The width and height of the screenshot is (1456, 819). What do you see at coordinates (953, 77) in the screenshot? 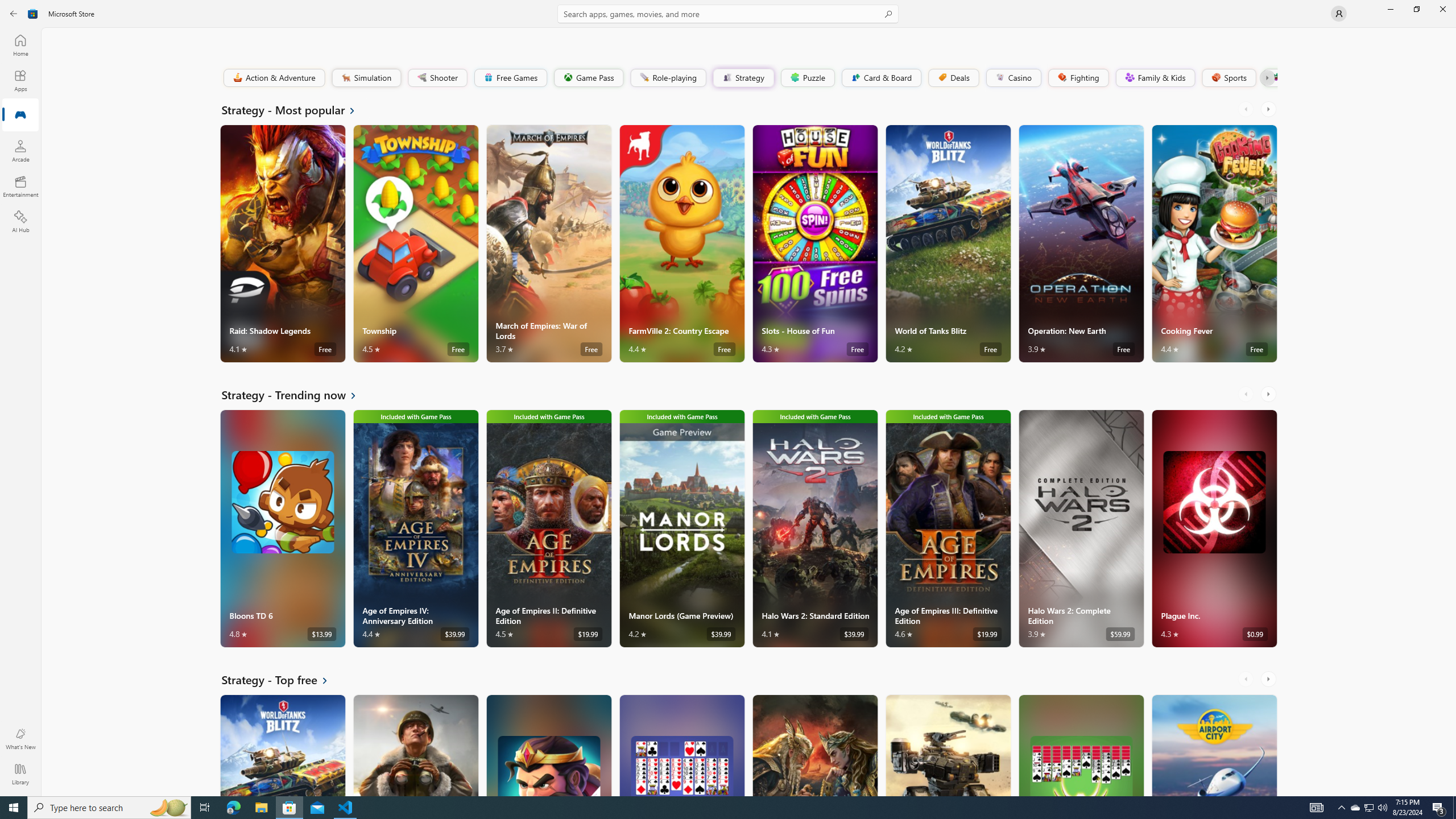
I see `'Deals'` at bounding box center [953, 77].